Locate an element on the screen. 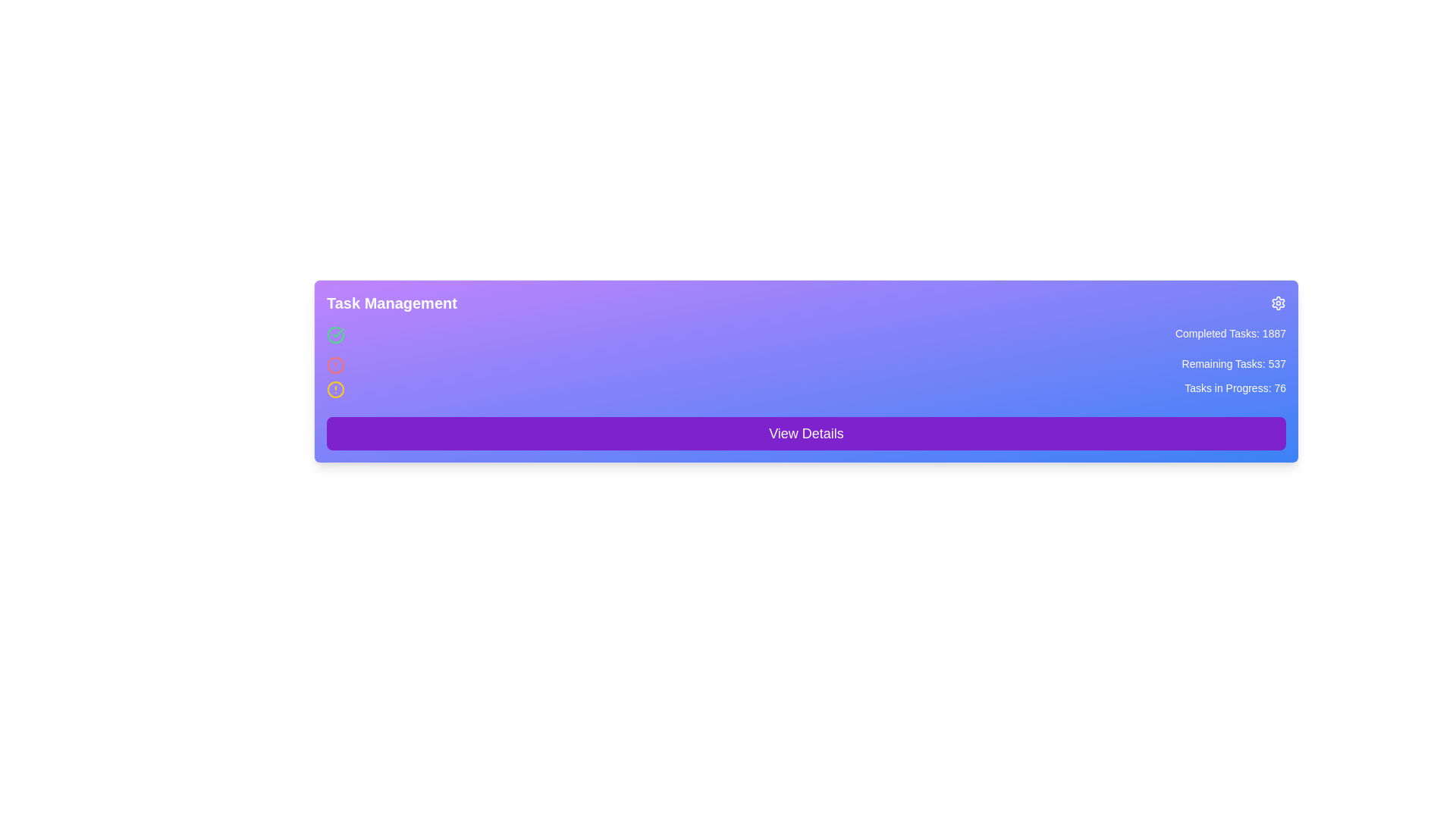  the middle icon in the vertical arrangement of three icons on the left side of the purple gradient interface is located at coordinates (334, 366).